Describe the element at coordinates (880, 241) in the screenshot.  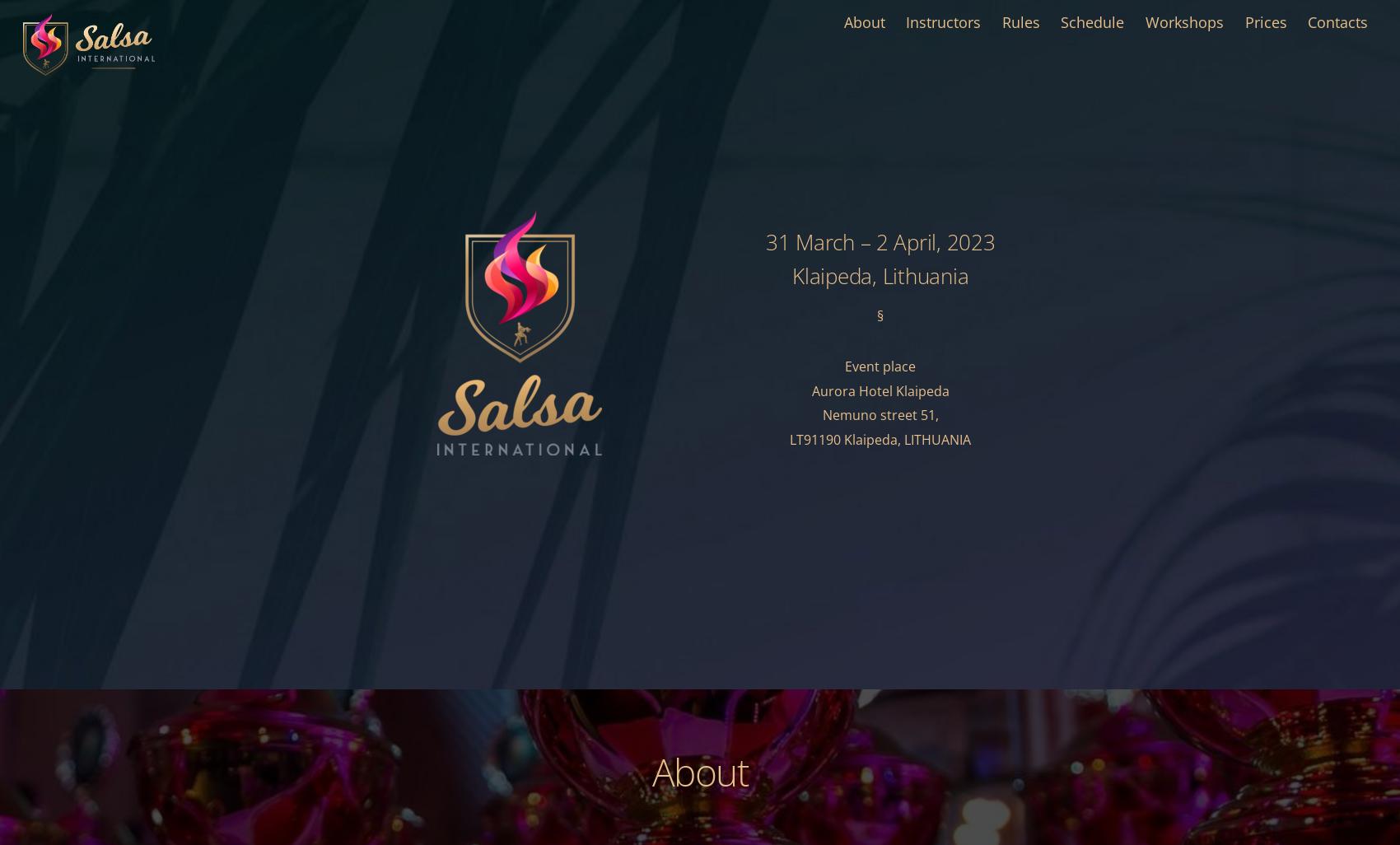
I see `'31 March – 2 April, 2023'` at that location.